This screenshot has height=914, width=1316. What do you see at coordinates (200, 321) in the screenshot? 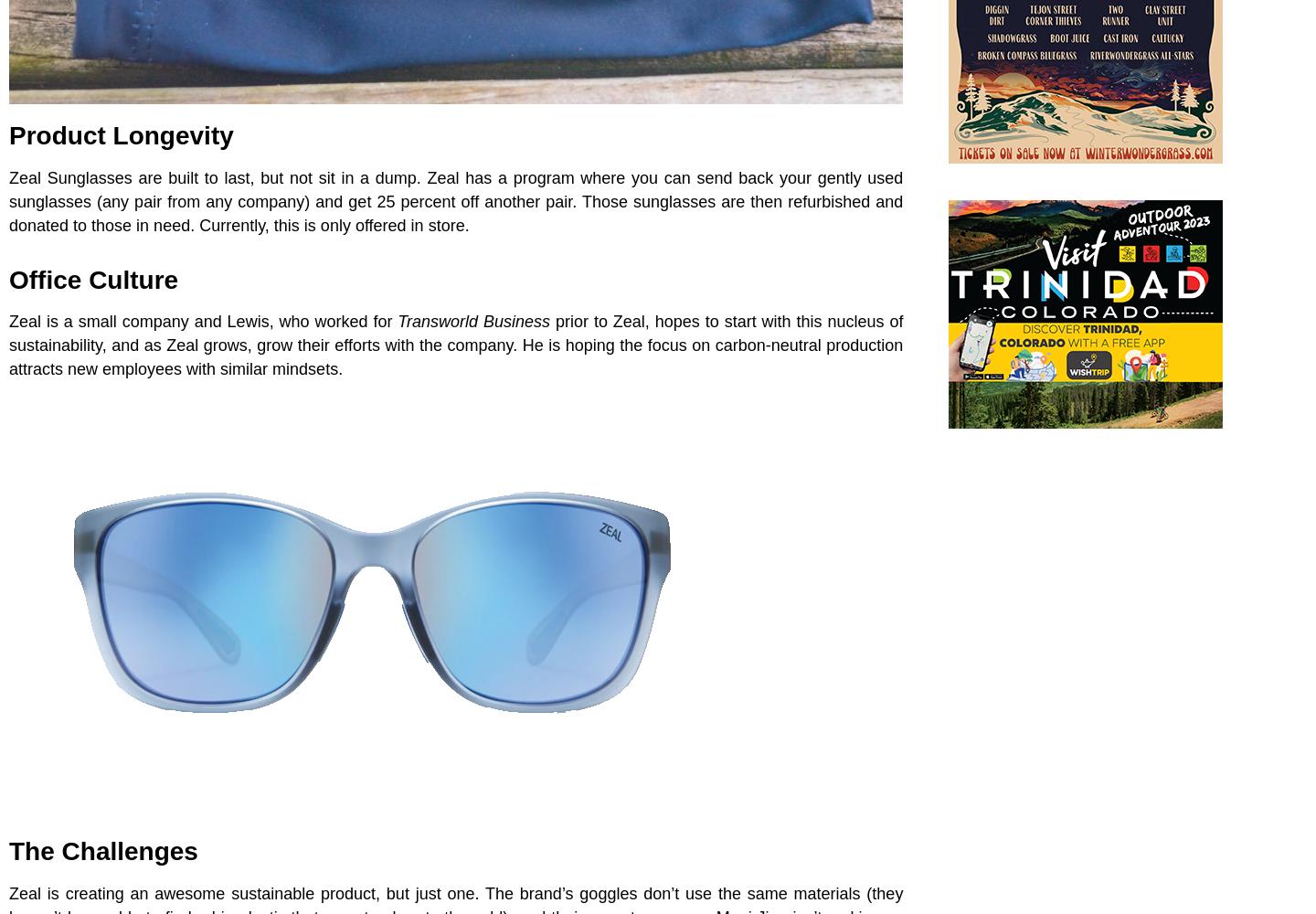
I see `'Zeal is a small company and Lewis, who worked for'` at bounding box center [200, 321].